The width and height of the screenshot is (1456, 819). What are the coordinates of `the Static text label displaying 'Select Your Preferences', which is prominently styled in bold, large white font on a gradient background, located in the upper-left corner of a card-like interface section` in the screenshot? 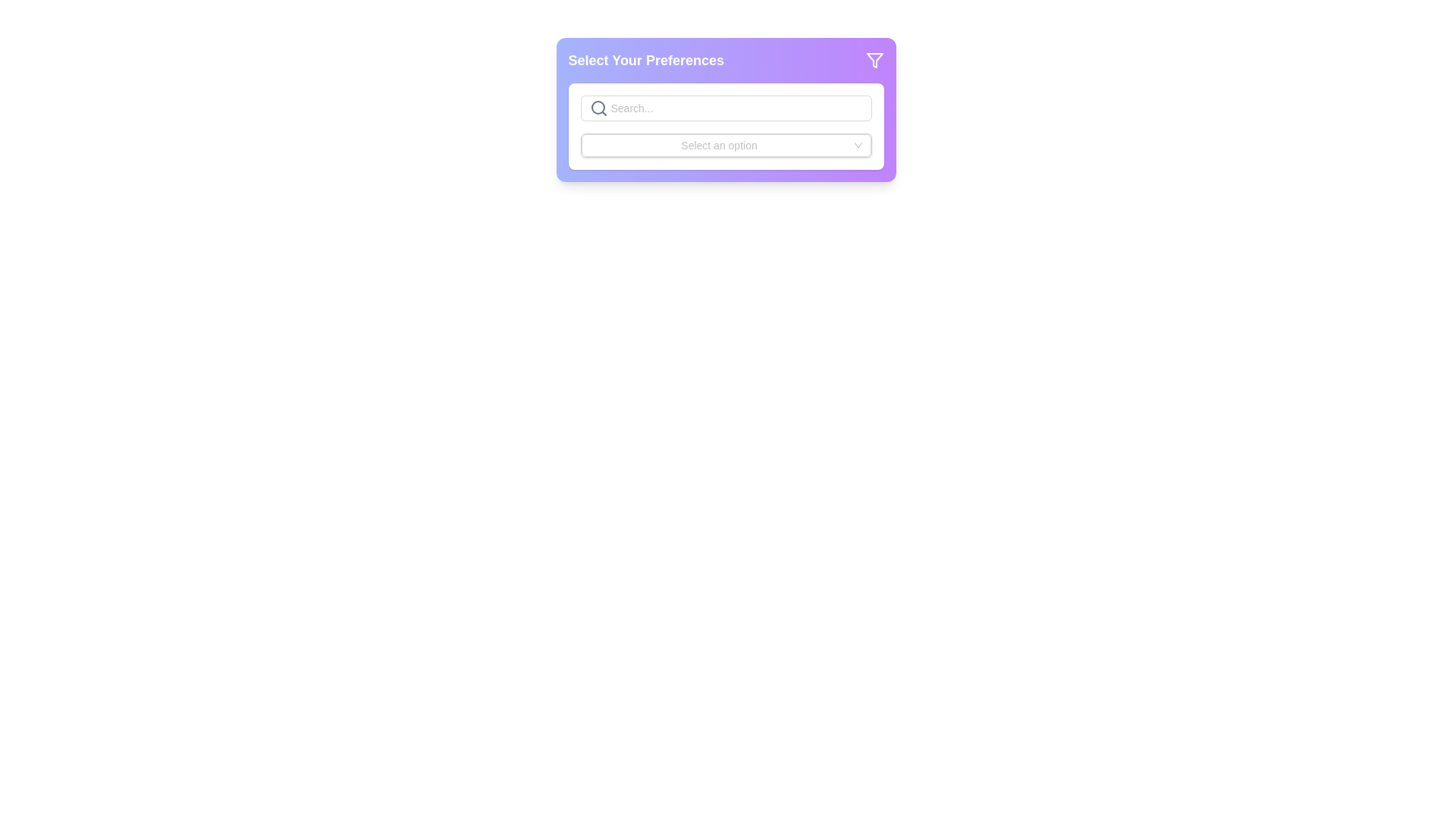 It's located at (646, 60).